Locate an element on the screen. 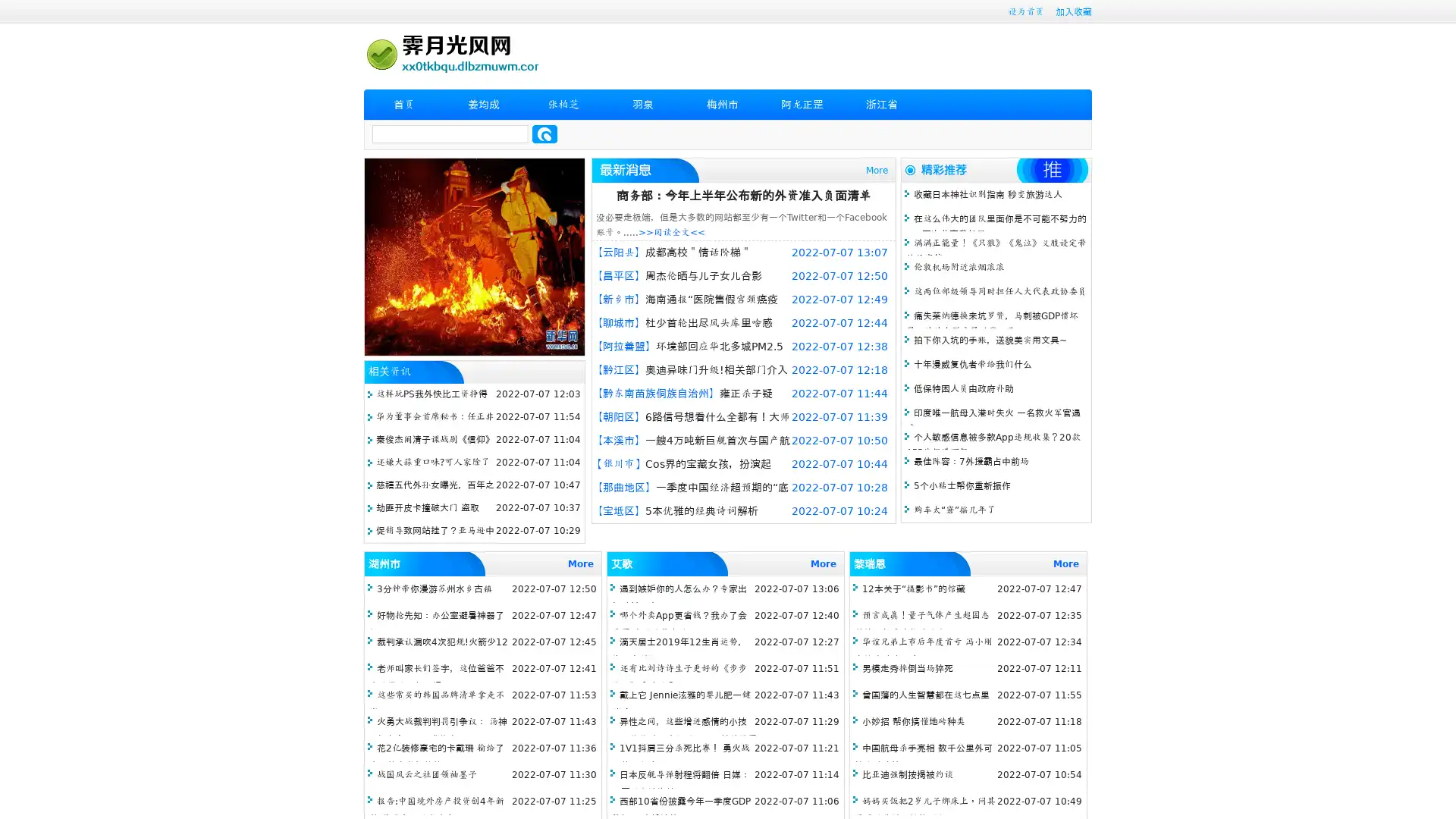 This screenshot has height=819, width=1456. Search is located at coordinates (544, 133).